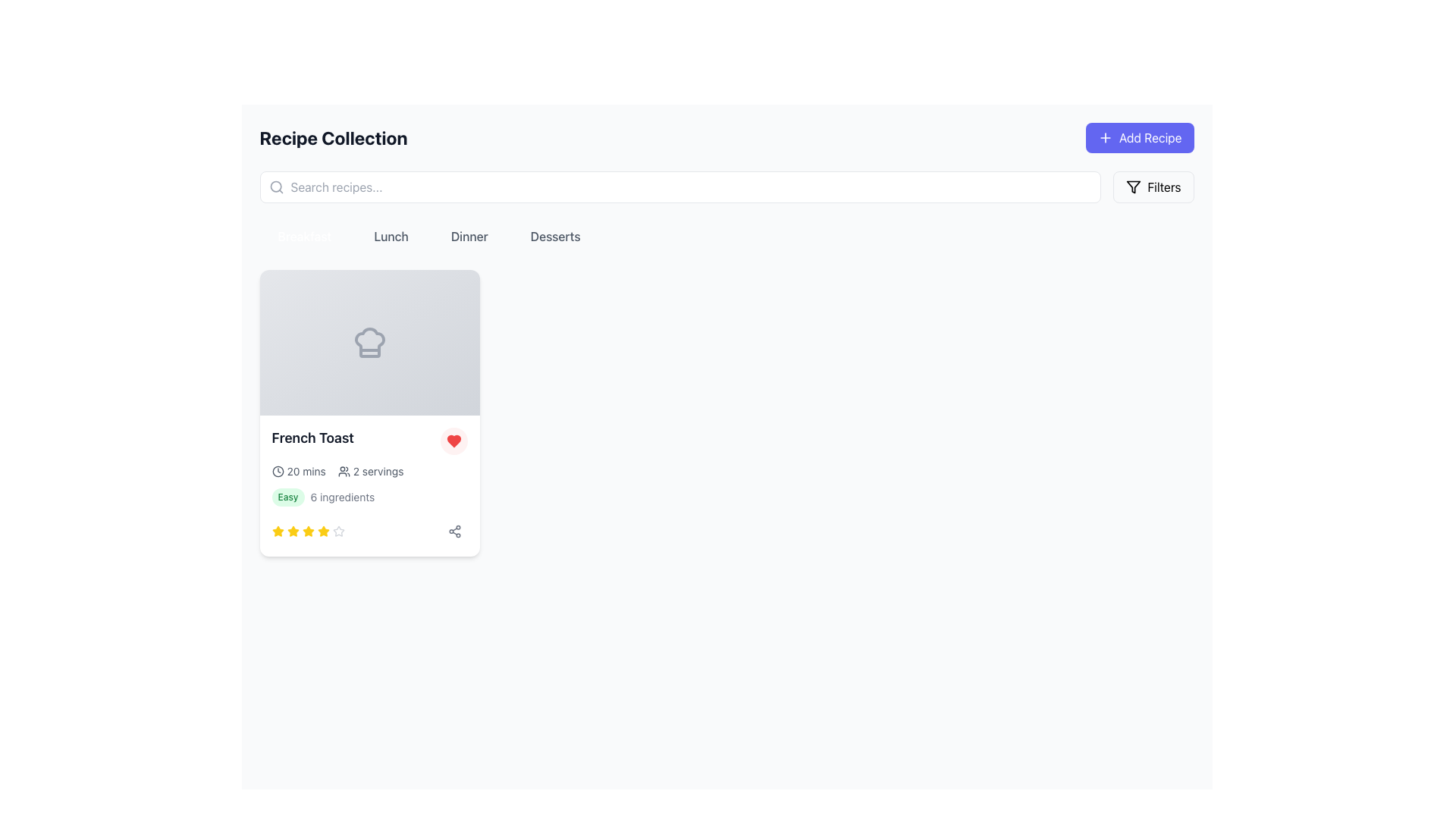 This screenshot has height=819, width=1456. What do you see at coordinates (293, 531) in the screenshot?
I see `the third yellow star icon in a row of five stars located below the 'French Toast' recipe card` at bounding box center [293, 531].